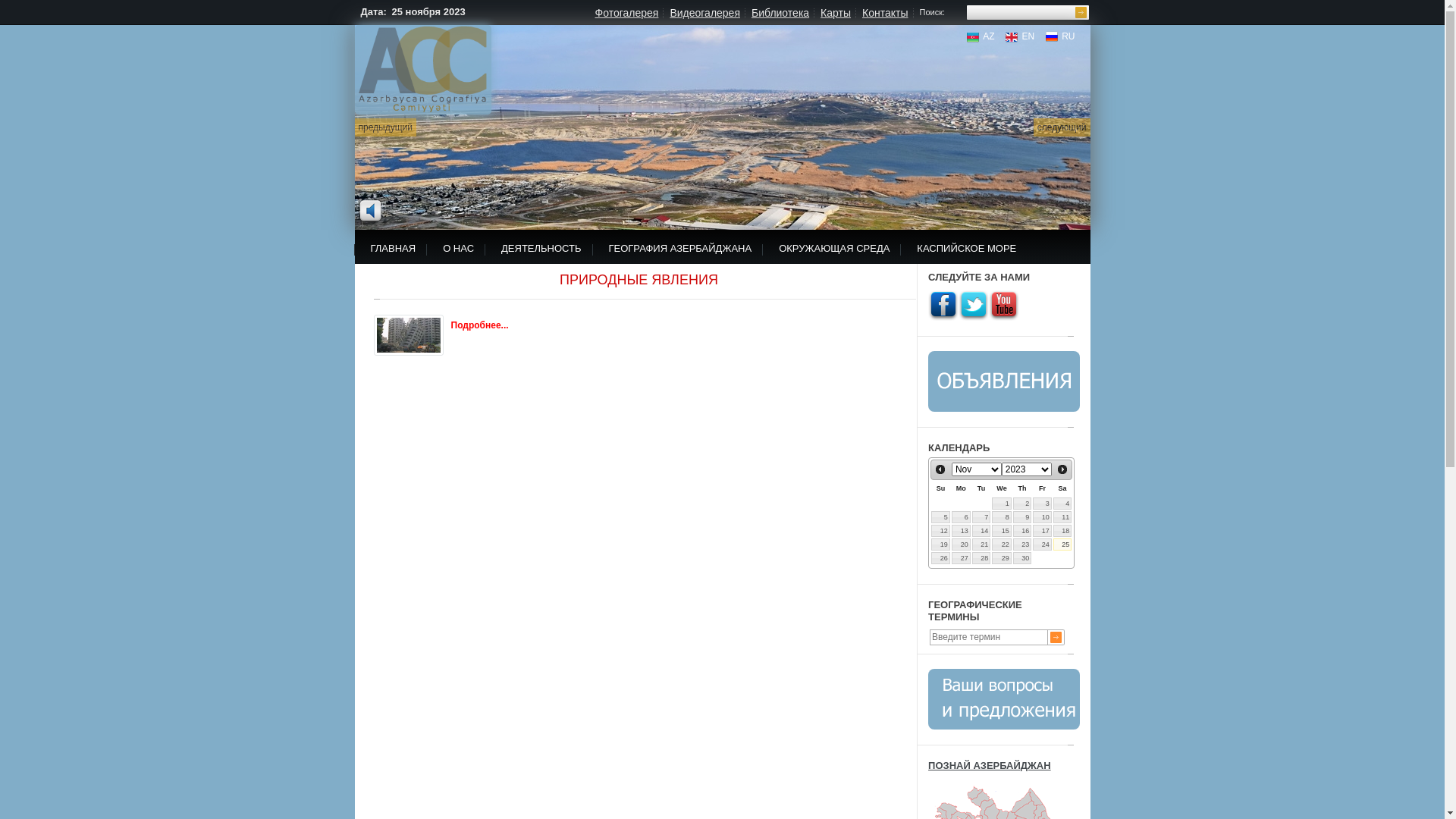 Image resolution: width=1456 pixels, height=819 pixels. What do you see at coordinates (960, 558) in the screenshot?
I see `'27'` at bounding box center [960, 558].